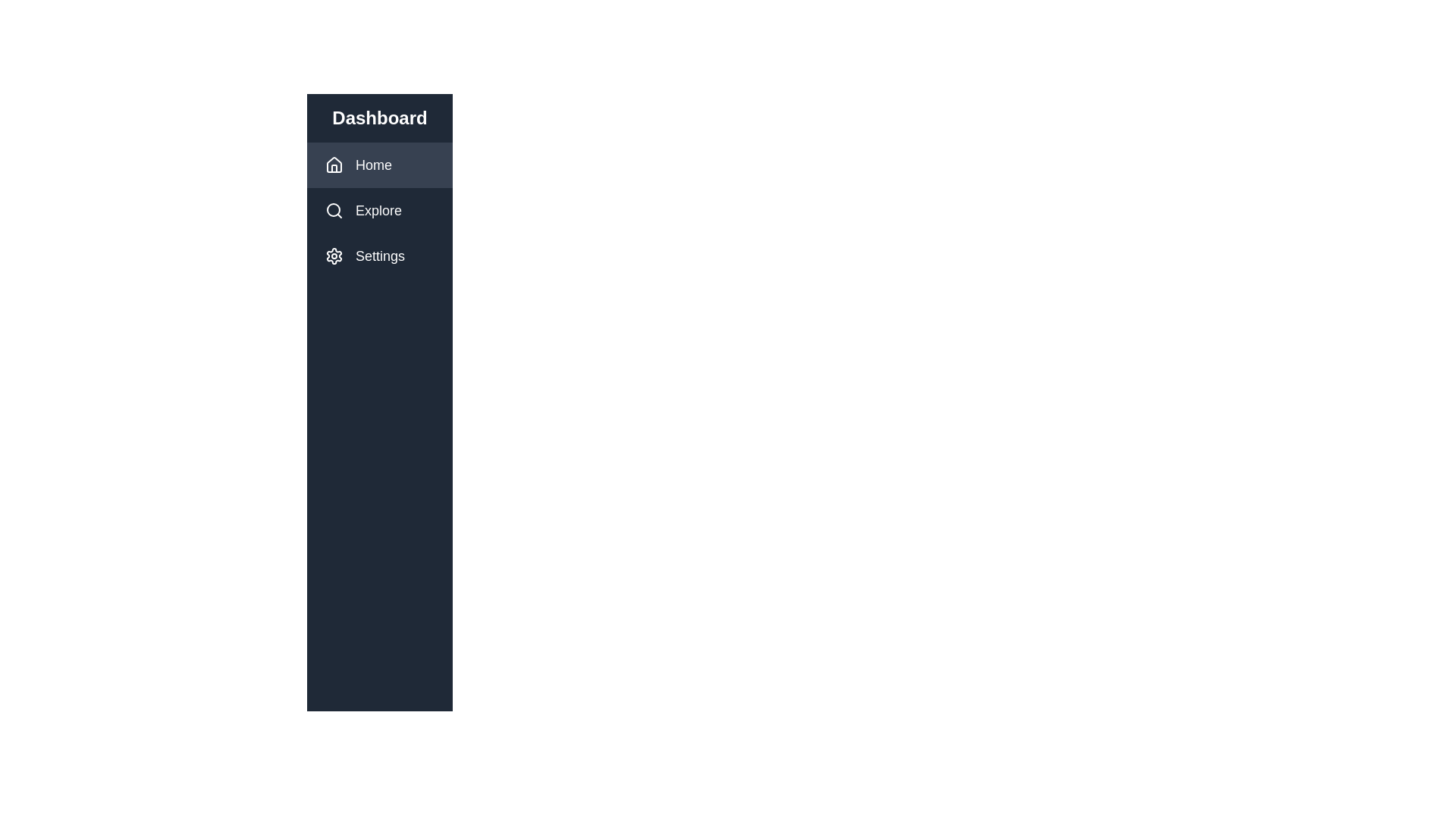  Describe the element at coordinates (379, 165) in the screenshot. I see `the first button in the vertical navigation menu, located underneath the 'Dashboard' header` at that location.